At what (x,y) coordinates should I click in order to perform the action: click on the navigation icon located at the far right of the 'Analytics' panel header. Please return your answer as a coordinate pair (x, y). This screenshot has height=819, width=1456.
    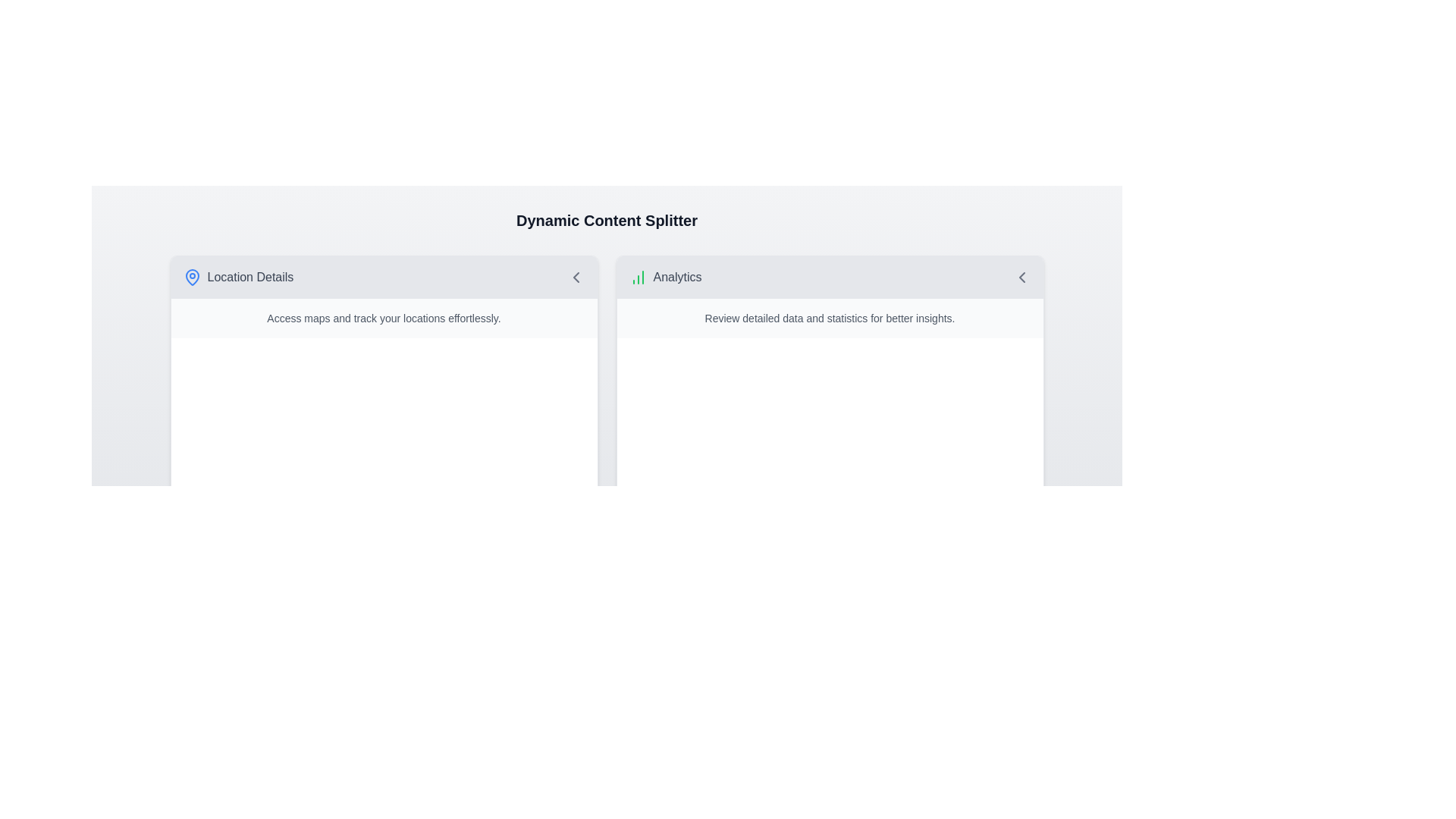
    Looking at the image, I should click on (1021, 278).